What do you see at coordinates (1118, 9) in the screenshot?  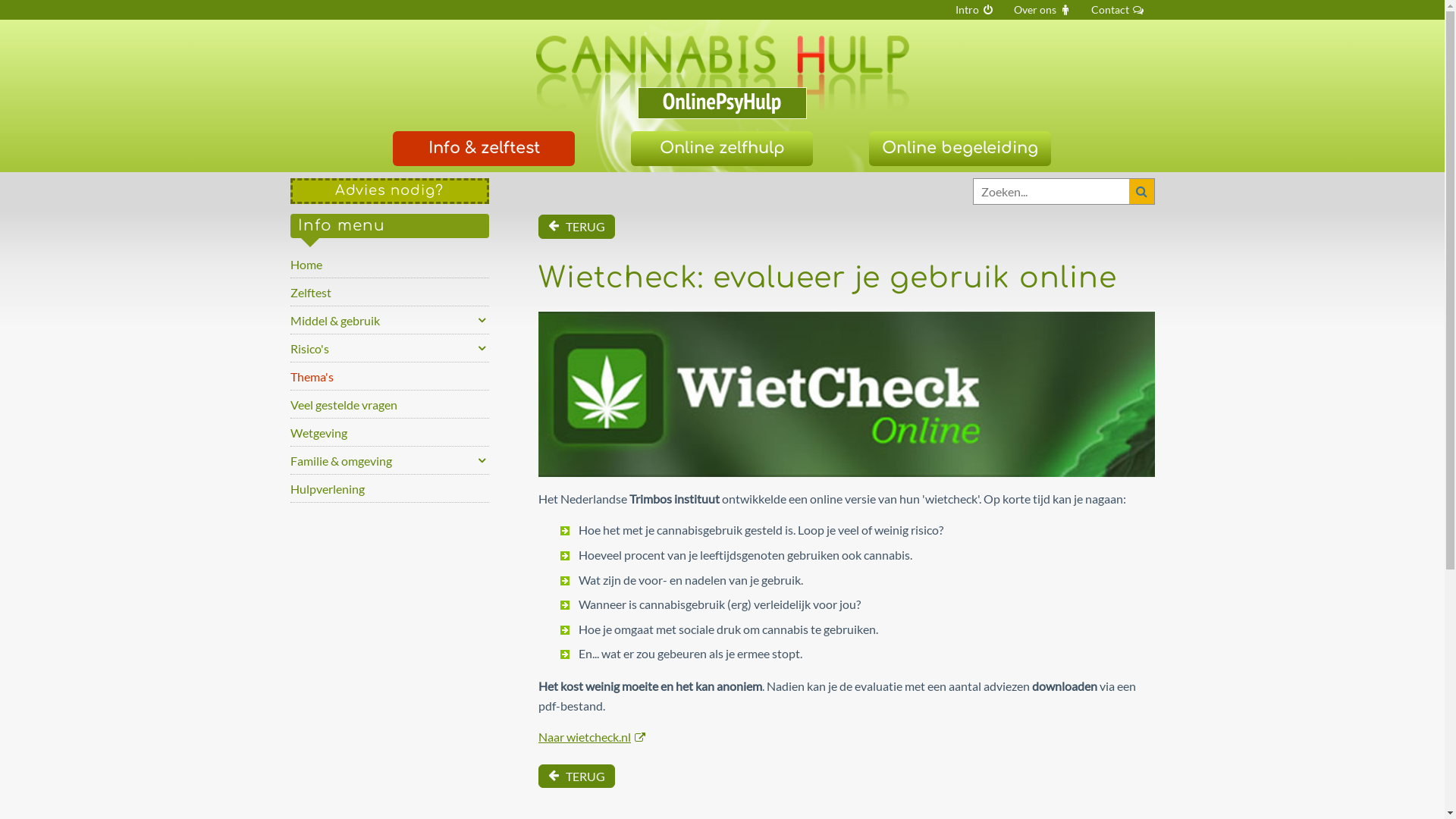 I see `'Contact'` at bounding box center [1118, 9].